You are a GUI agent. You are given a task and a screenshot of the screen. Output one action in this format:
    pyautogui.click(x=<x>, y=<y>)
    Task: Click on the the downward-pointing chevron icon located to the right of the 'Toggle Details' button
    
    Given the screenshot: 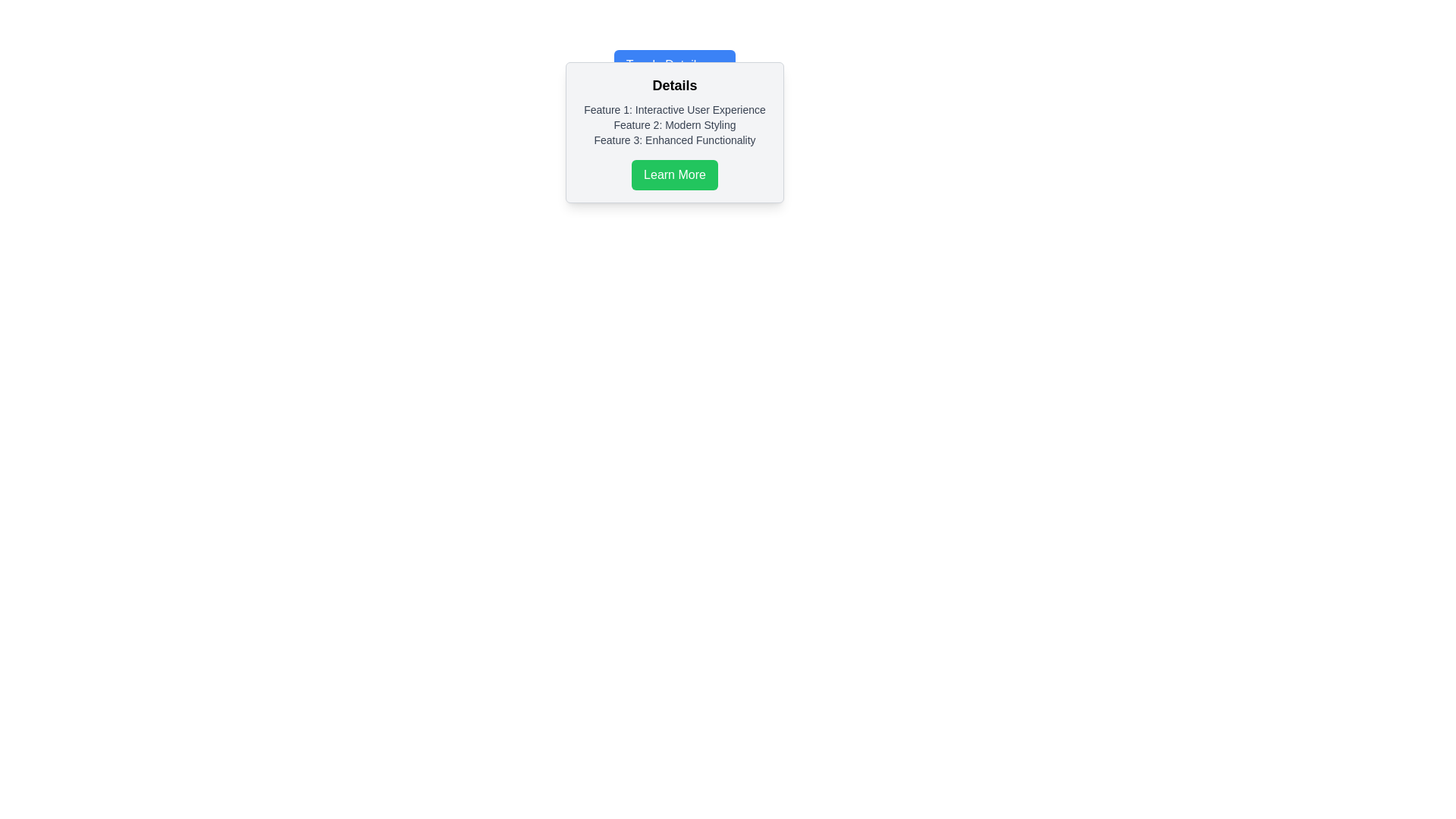 What is the action you would take?
    pyautogui.click(x=715, y=64)
    